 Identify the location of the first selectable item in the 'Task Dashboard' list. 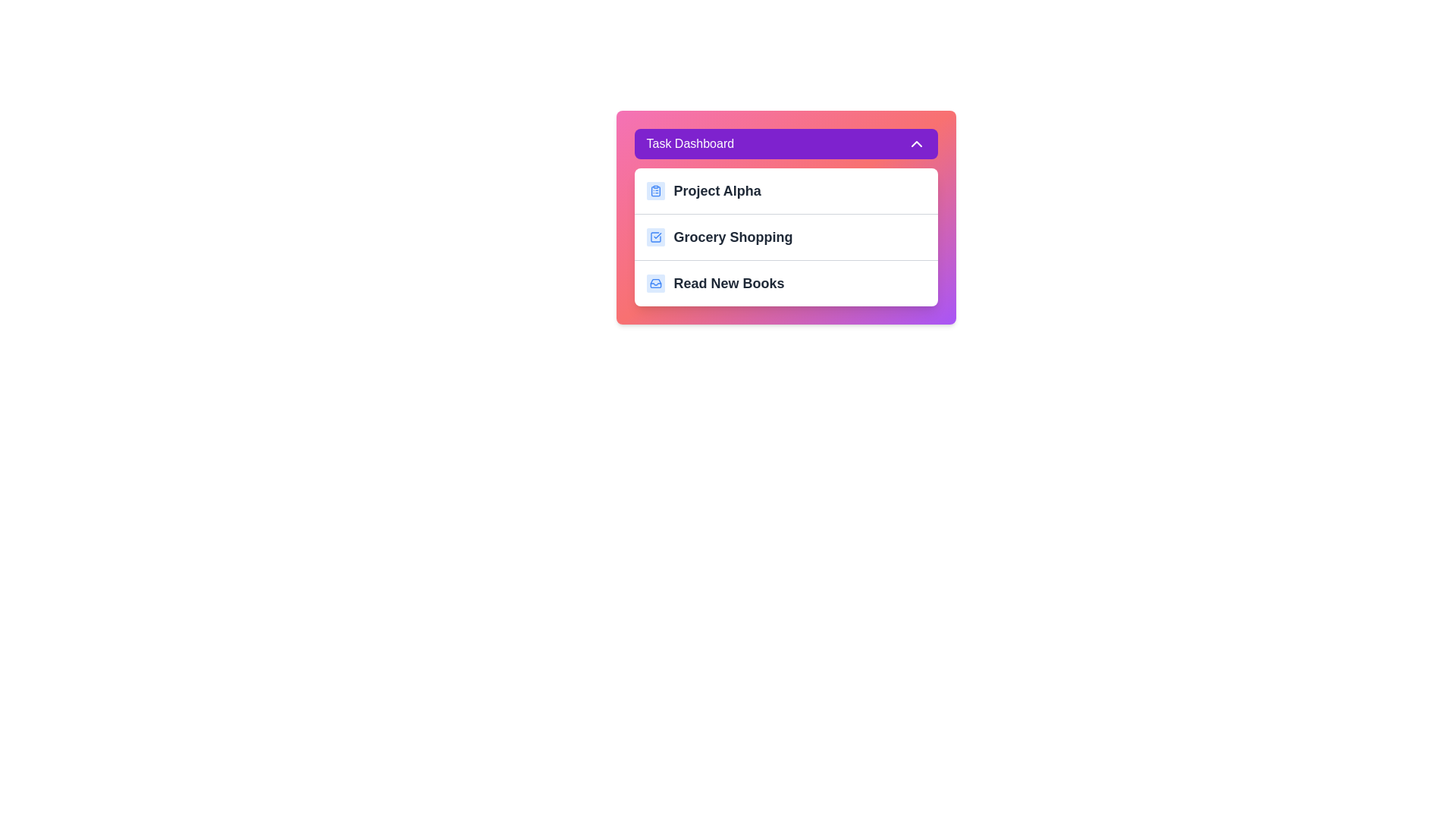
(786, 190).